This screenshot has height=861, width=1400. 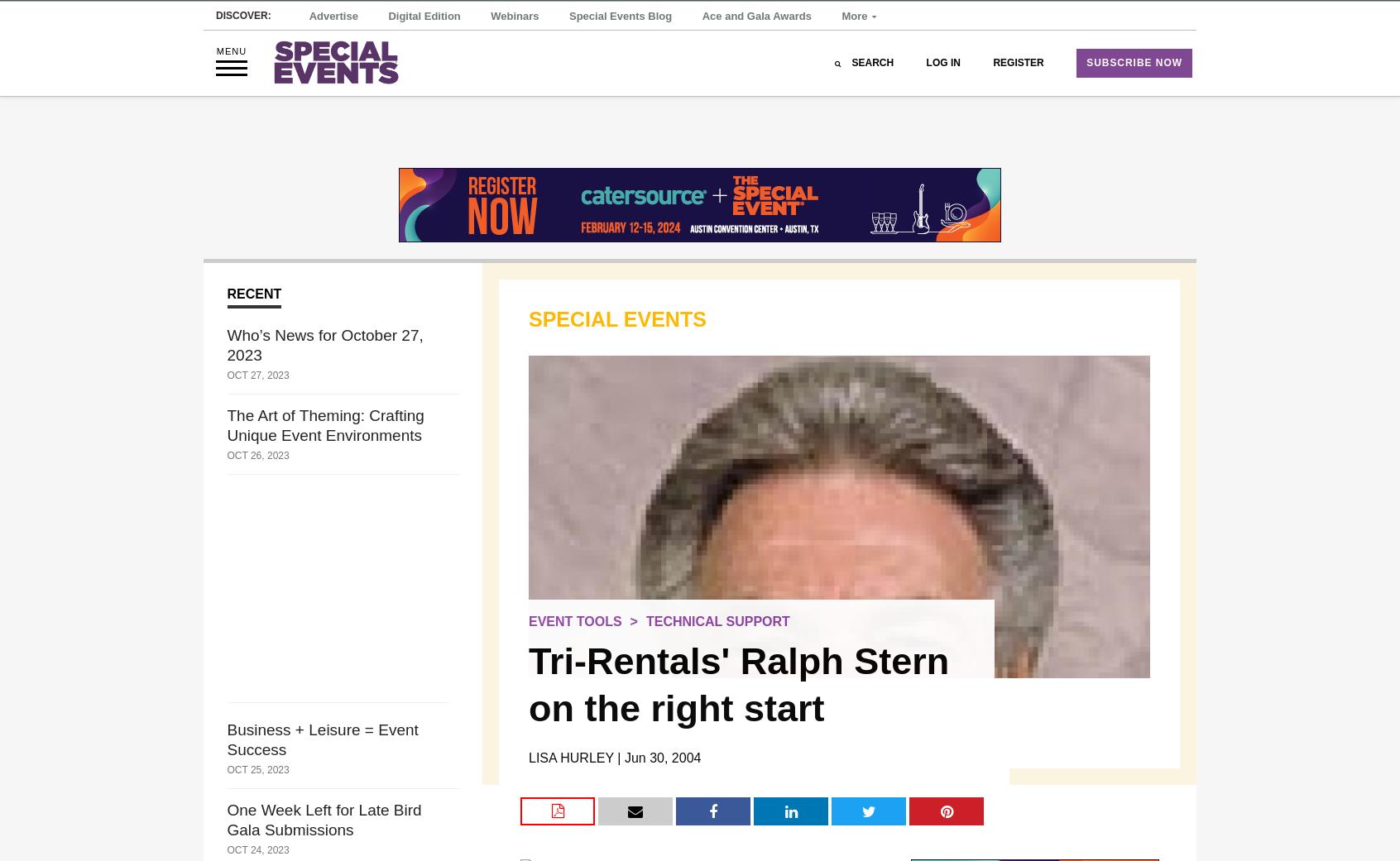 I want to click on 'Jun 30, 2004', so click(x=662, y=757).